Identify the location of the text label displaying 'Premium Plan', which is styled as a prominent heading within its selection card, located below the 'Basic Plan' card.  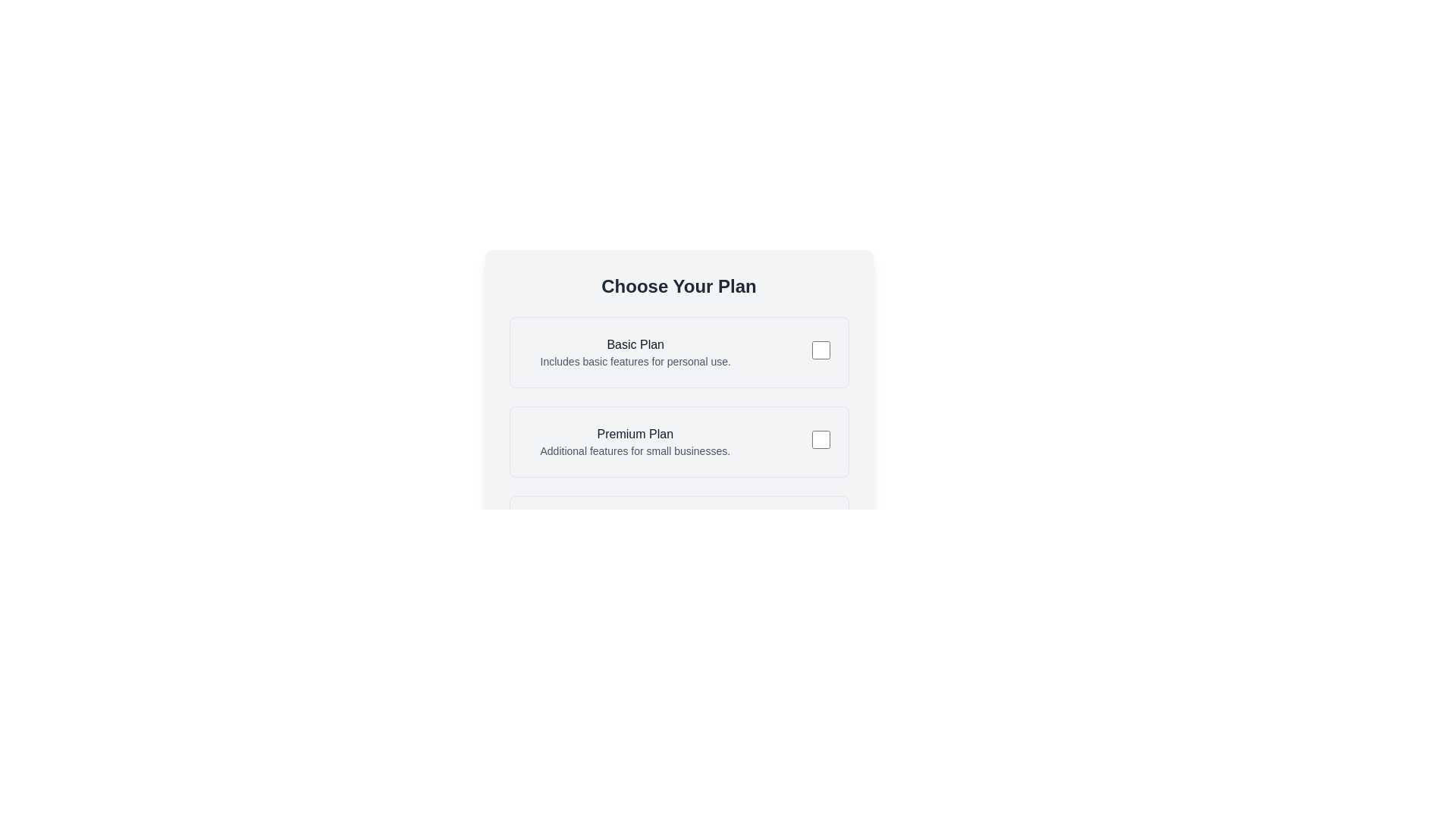
(635, 435).